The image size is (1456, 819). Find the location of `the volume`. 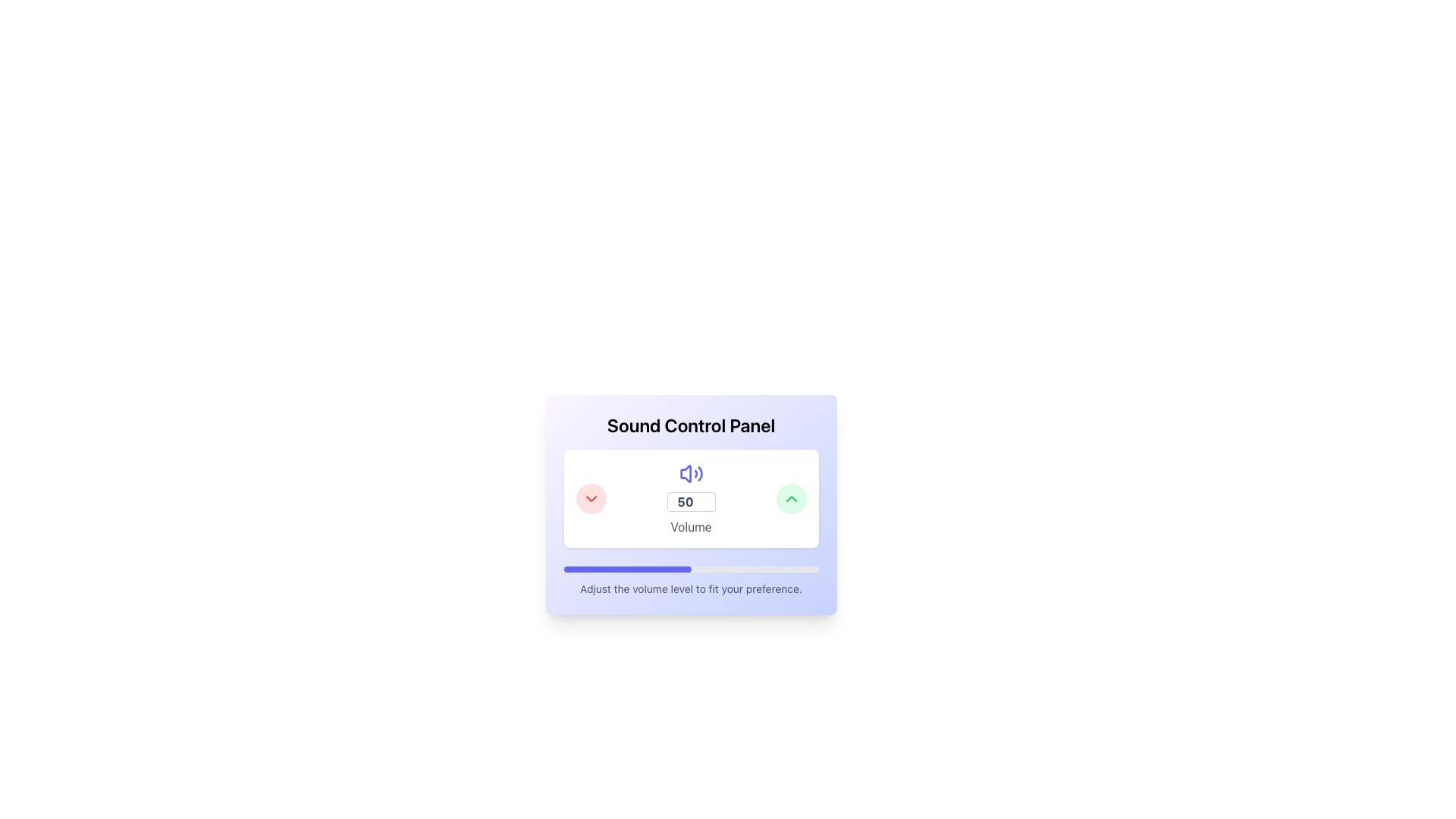

the volume is located at coordinates (665, 570).